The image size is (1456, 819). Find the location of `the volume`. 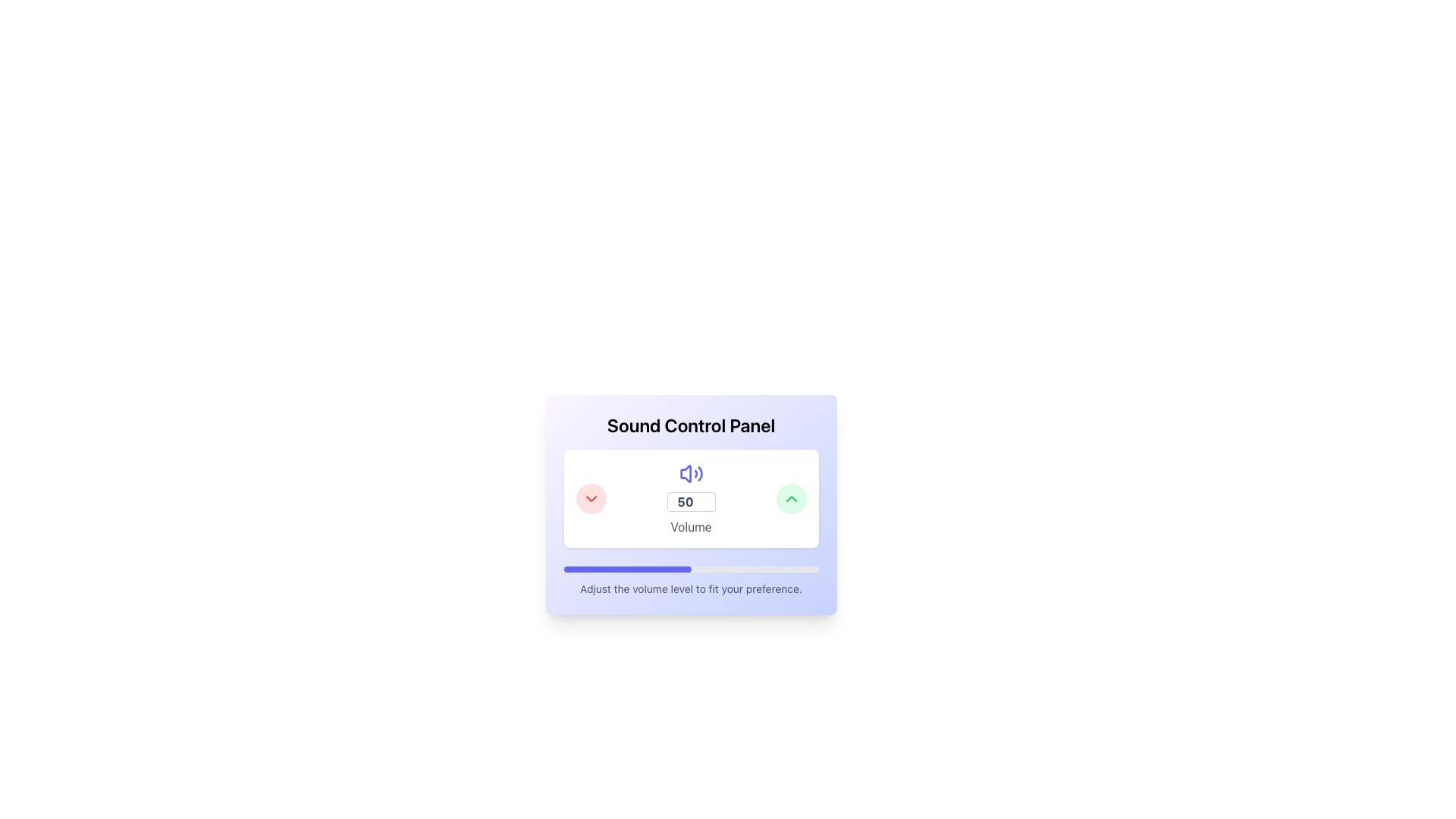

the volume is located at coordinates (665, 570).